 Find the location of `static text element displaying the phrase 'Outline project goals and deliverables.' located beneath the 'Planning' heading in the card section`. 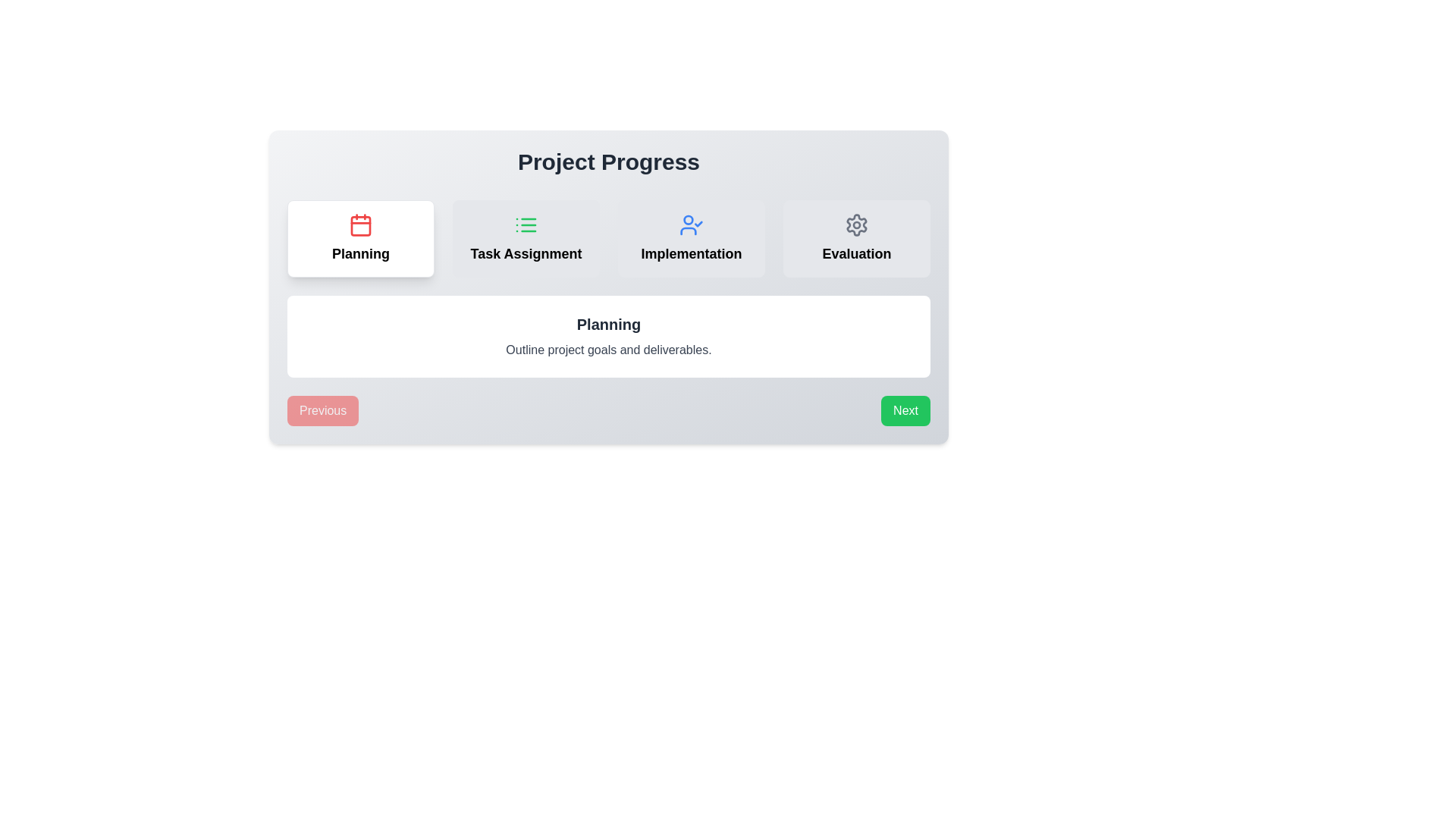

static text element displaying the phrase 'Outline project goals and deliverables.' located beneath the 'Planning' heading in the card section is located at coordinates (608, 350).